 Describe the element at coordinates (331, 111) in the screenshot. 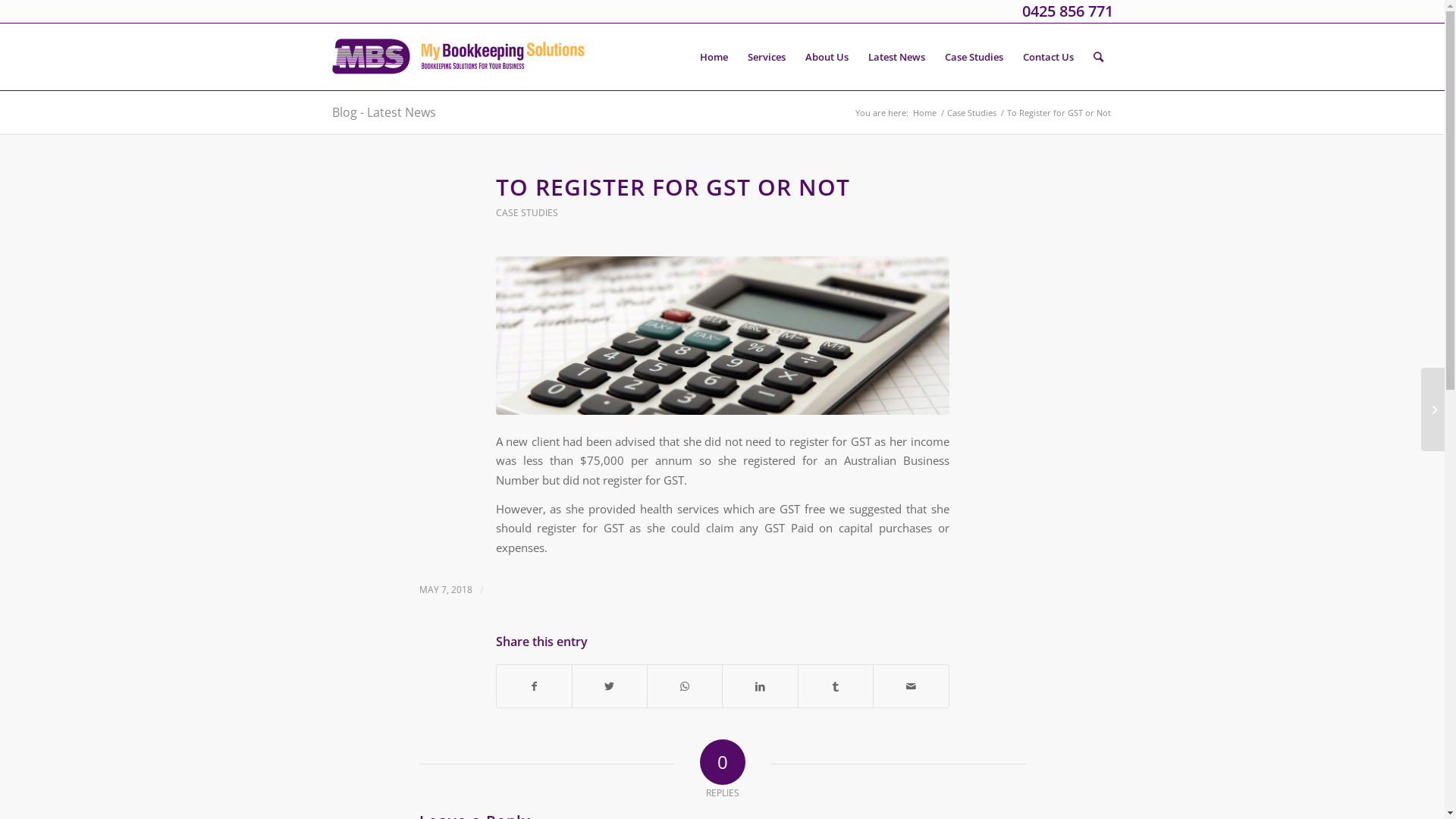

I see `'Blog - Latest News'` at that location.